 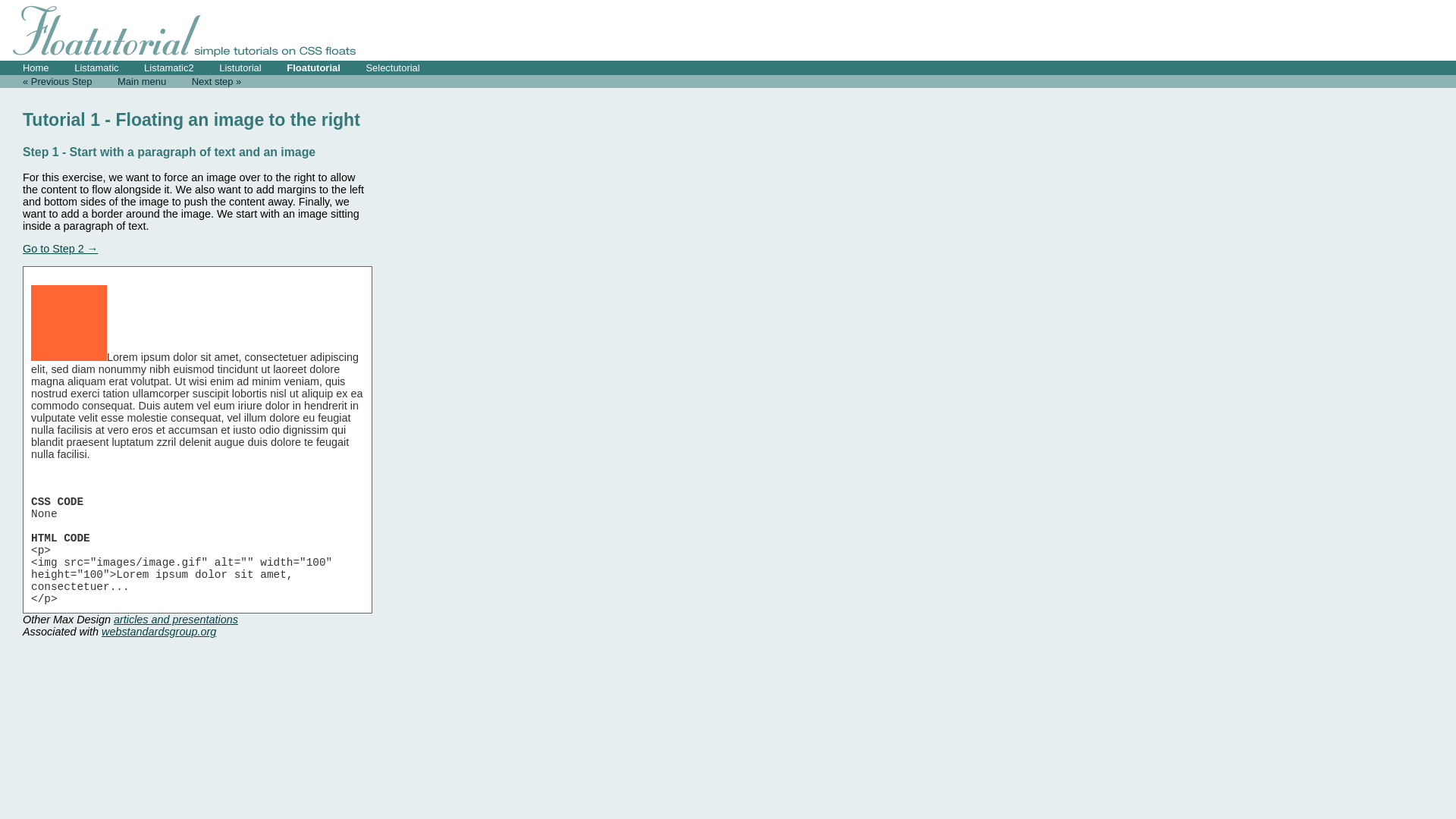 I want to click on 'Listamatic2', so click(x=168, y=67).